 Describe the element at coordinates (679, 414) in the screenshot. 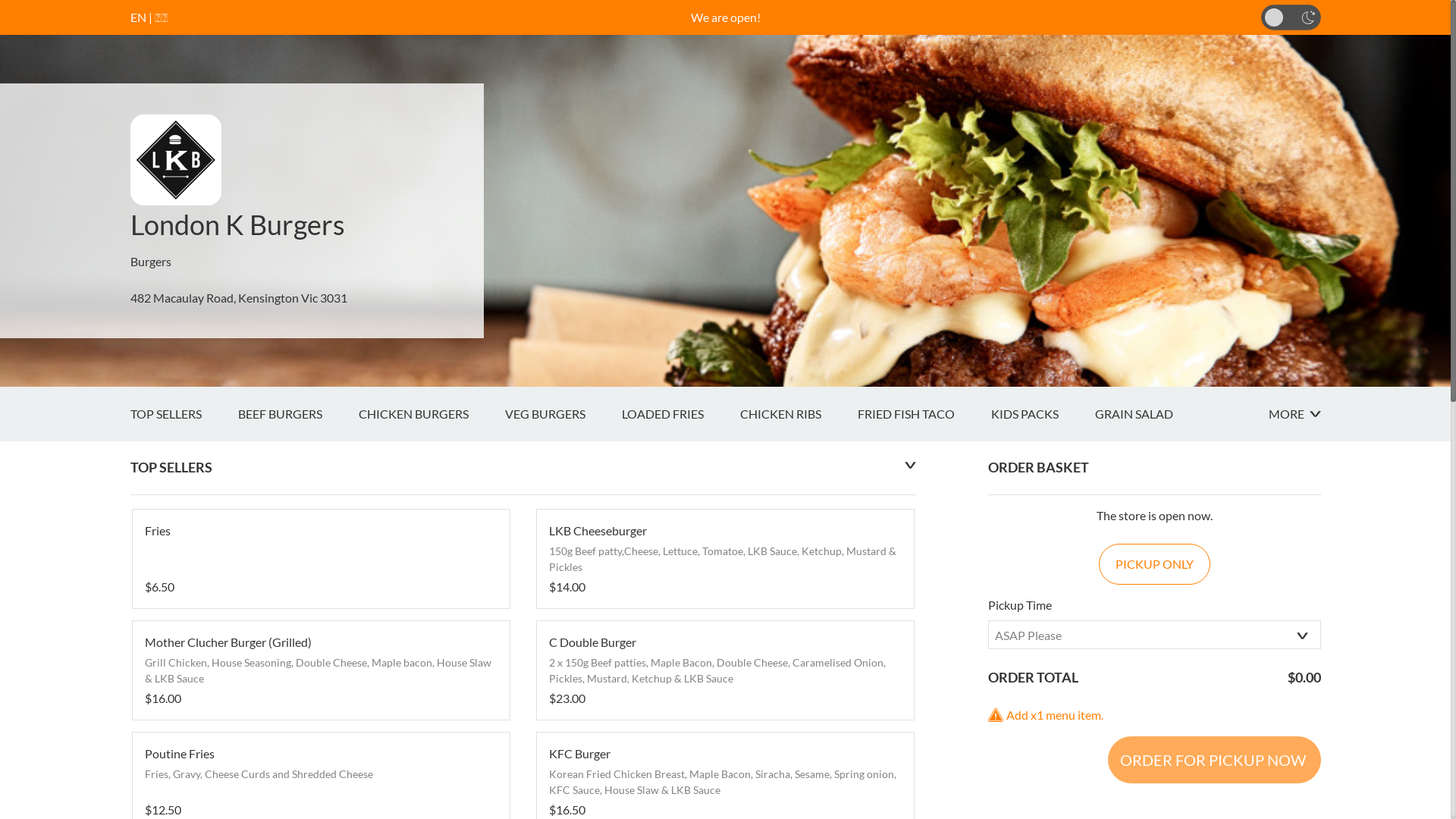

I see `'LOADED FRIES'` at that location.